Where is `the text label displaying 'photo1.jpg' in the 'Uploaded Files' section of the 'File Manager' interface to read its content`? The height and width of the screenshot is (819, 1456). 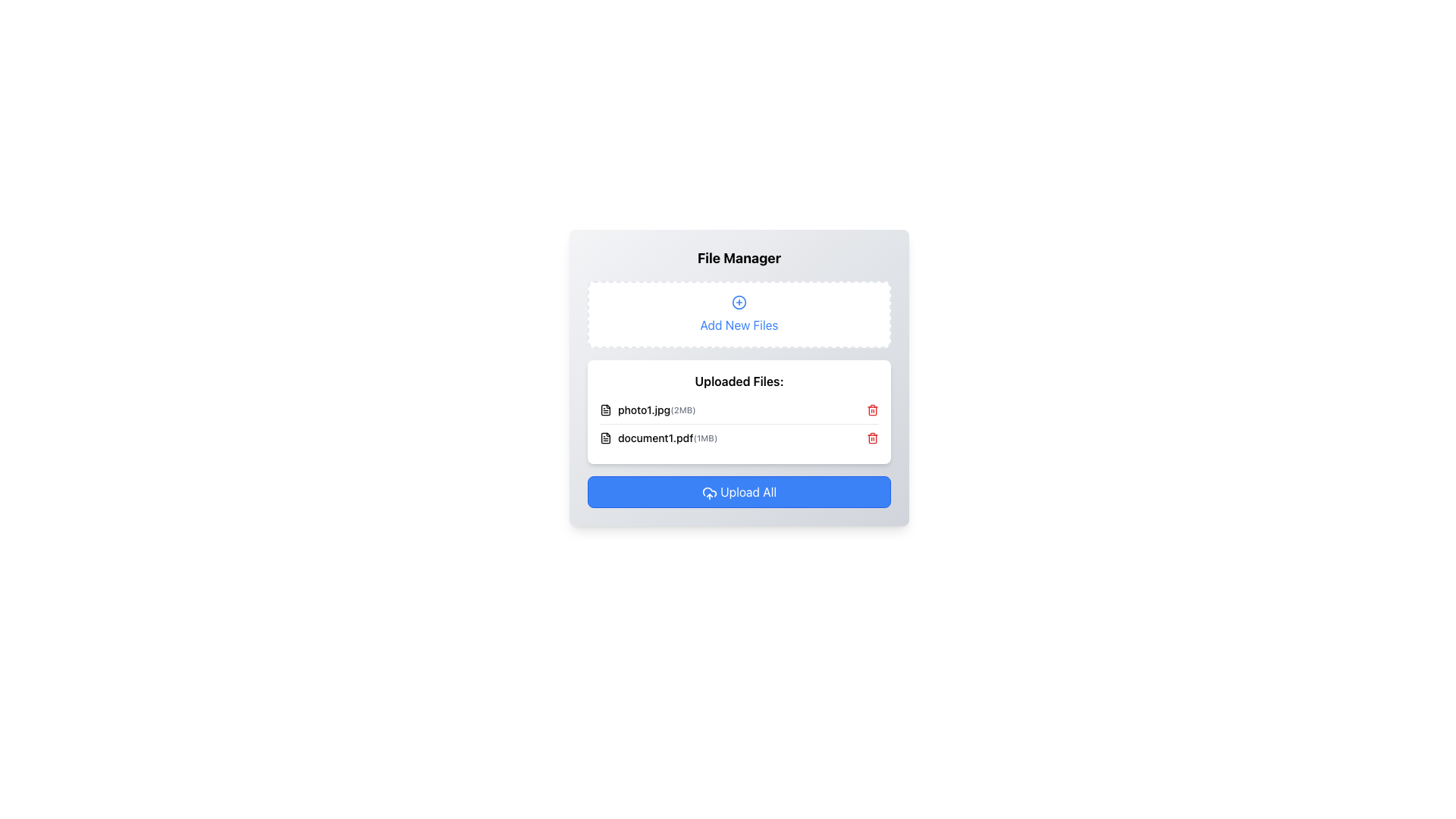 the text label displaying 'photo1.jpg' in the 'Uploaded Files' section of the 'File Manager' interface to read its content is located at coordinates (644, 409).